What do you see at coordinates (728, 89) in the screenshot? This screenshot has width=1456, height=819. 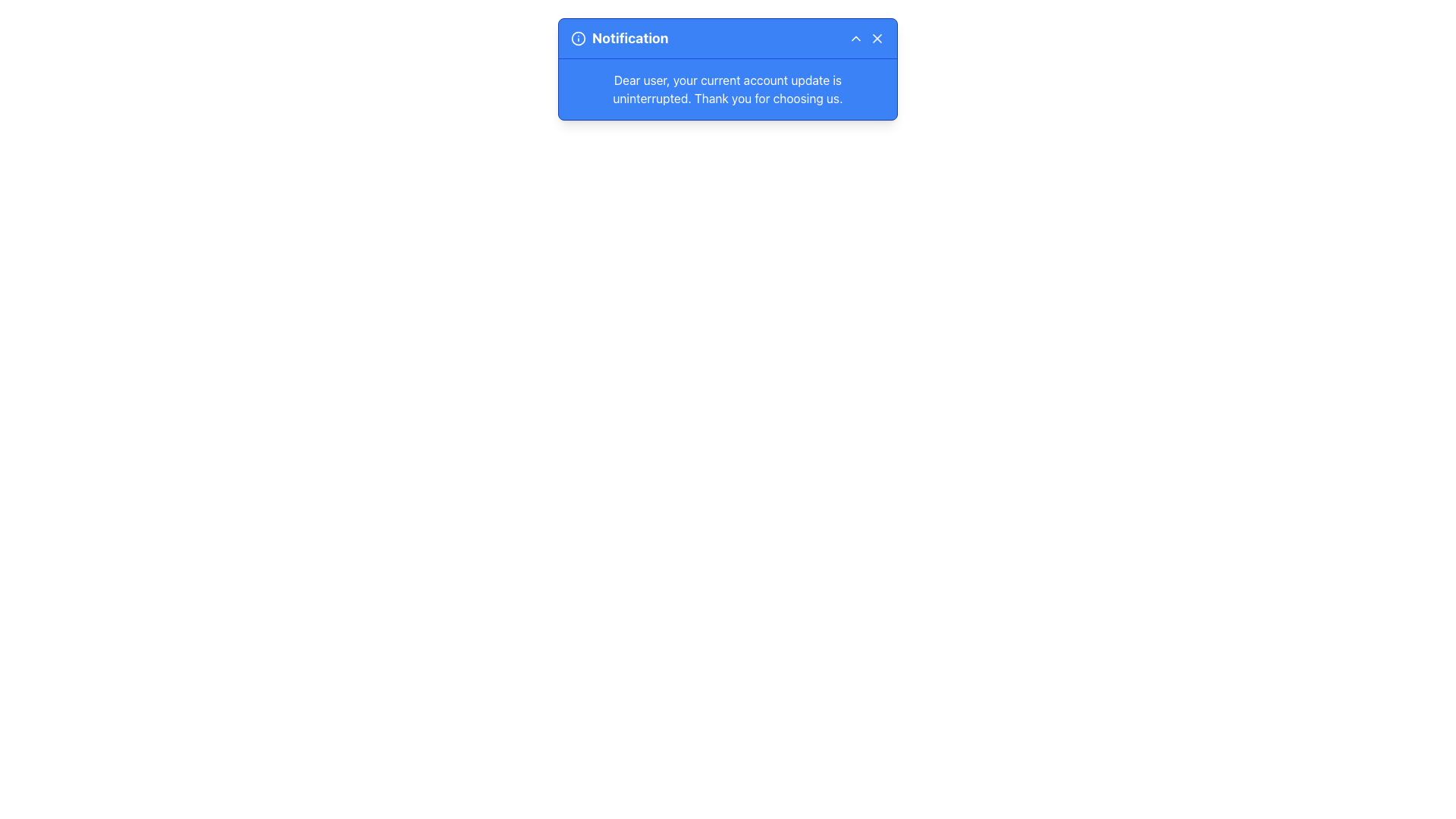 I see `the text block located in the notification panel, which states 'Dear user, your current account update is uninterrupted. Thank you for choosing us.'` at bounding box center [728, 89].